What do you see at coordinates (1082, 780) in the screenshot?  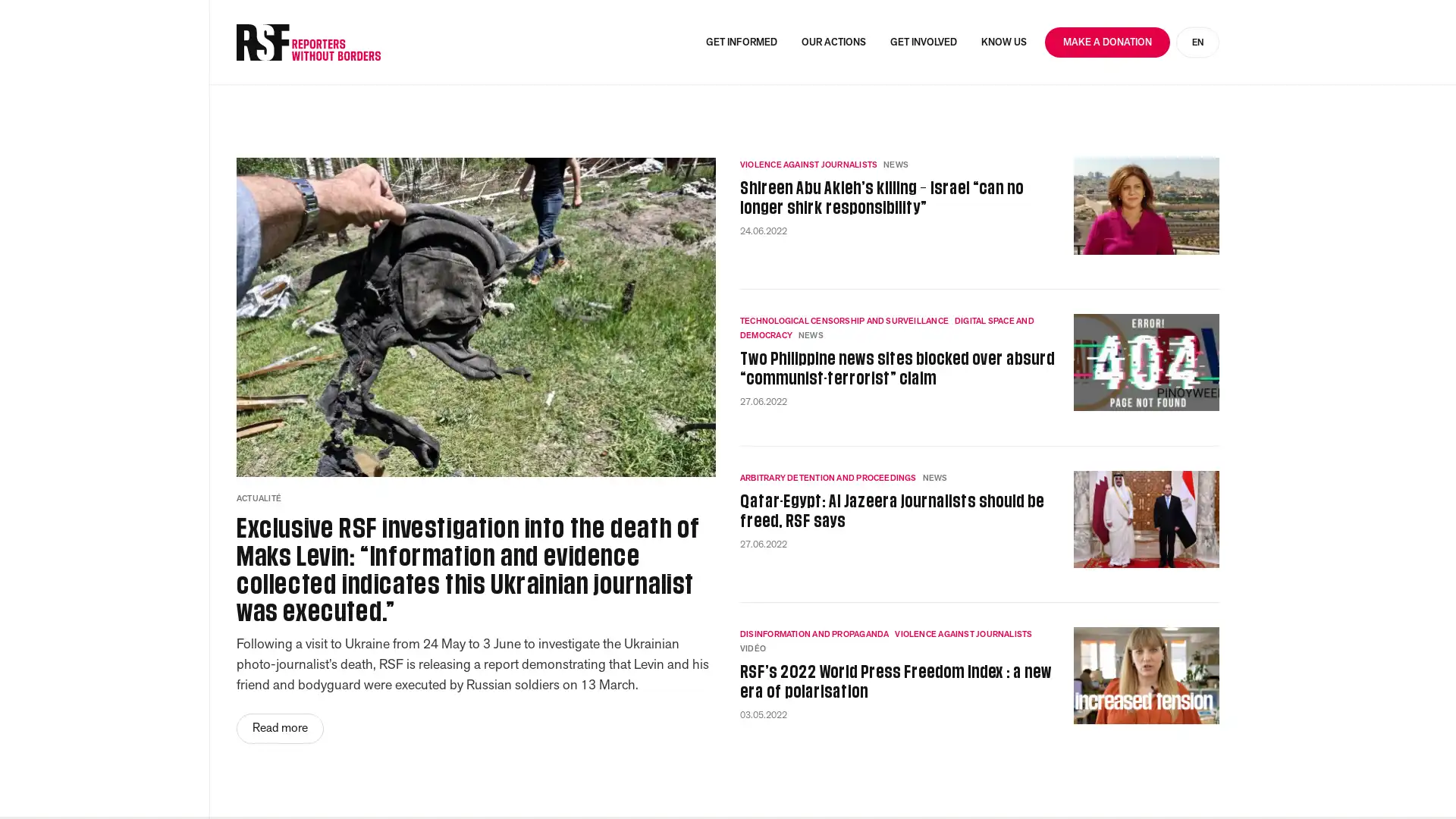 I see `Refuse everything` at bounding box center [1082, 780].